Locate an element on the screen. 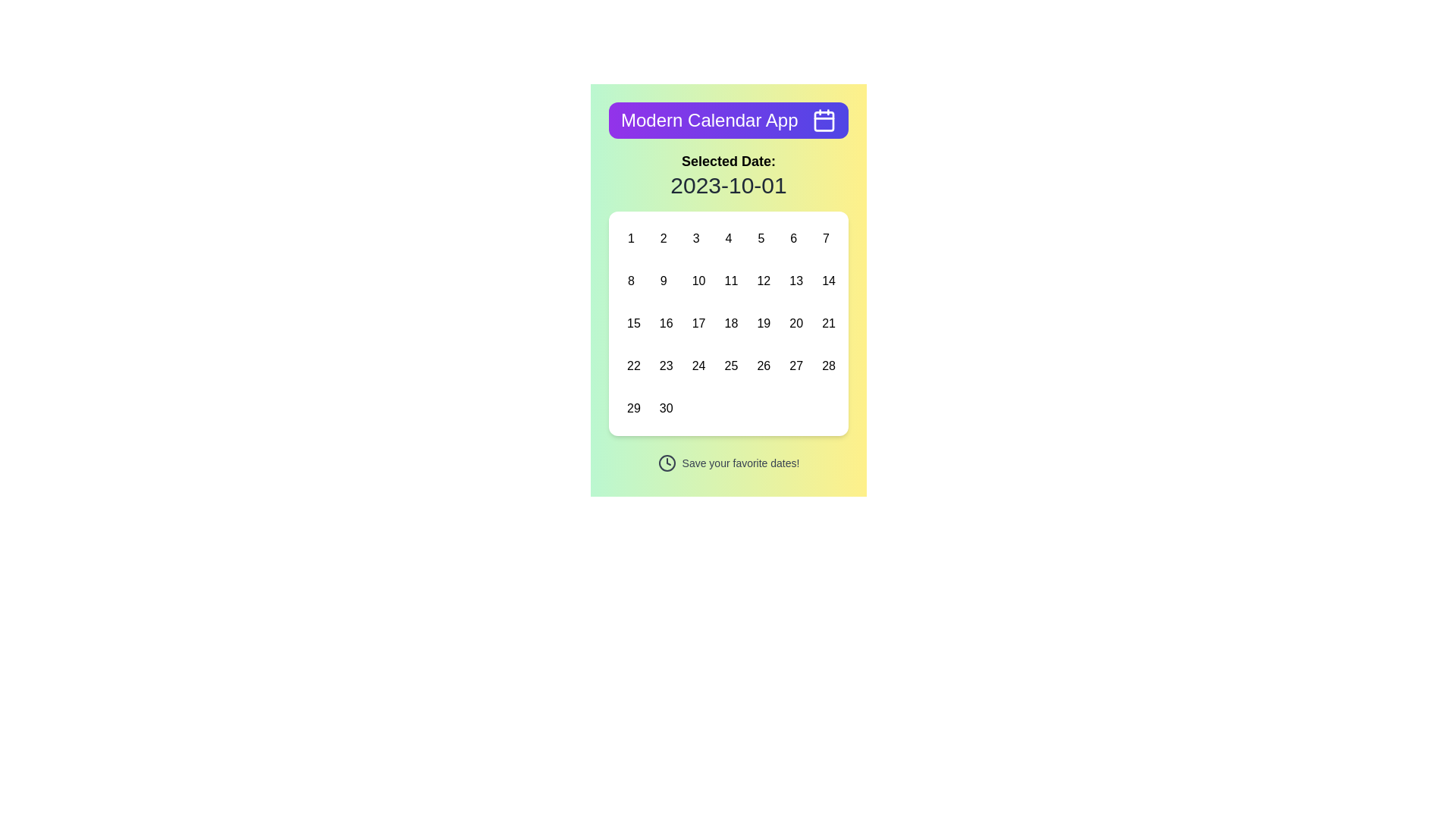 The width and height of the screenshot is (1456, 819). the button labeled '3' in the calendar interface is located at coordinates (695, 239).